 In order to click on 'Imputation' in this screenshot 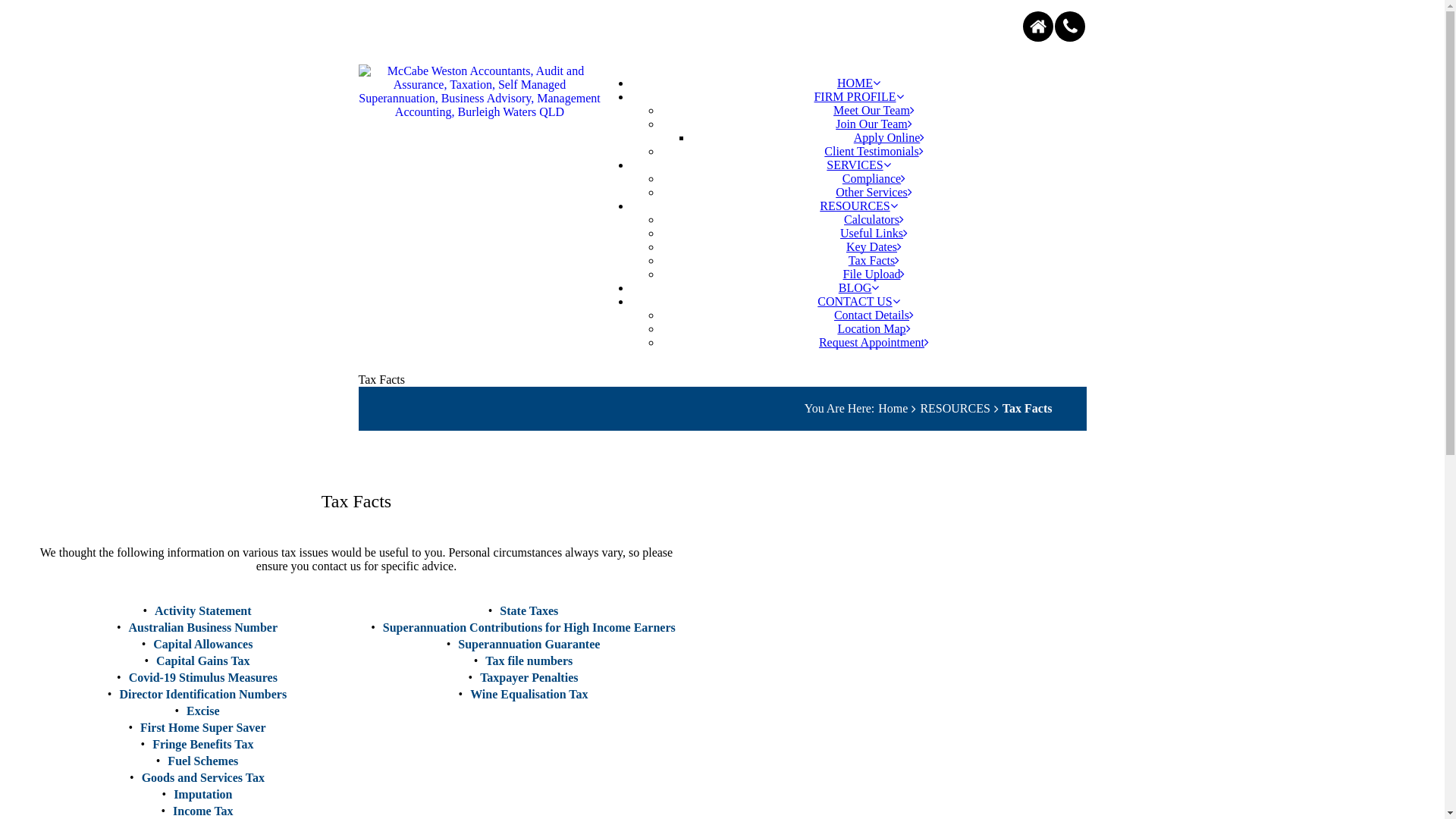, I will do `click(174, 793)`.